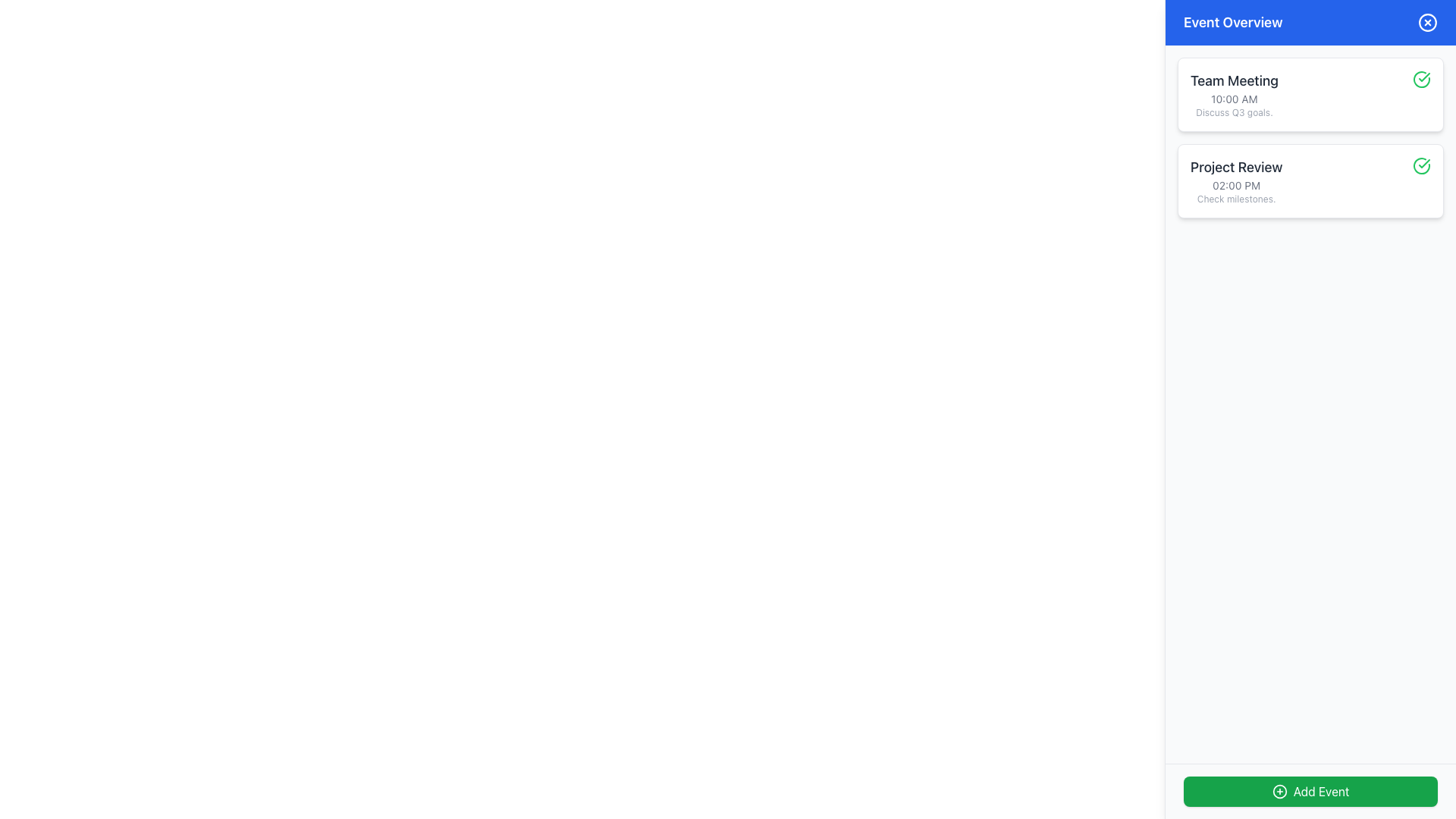  What do you see at coordinates (1234, 94) in the screenshot?
I see `the text block that describes the 'Team Meeting' scheduled for '10:00 AM' in the right-hand sidebar's topmost event card` at bounding box center [1234, 94].